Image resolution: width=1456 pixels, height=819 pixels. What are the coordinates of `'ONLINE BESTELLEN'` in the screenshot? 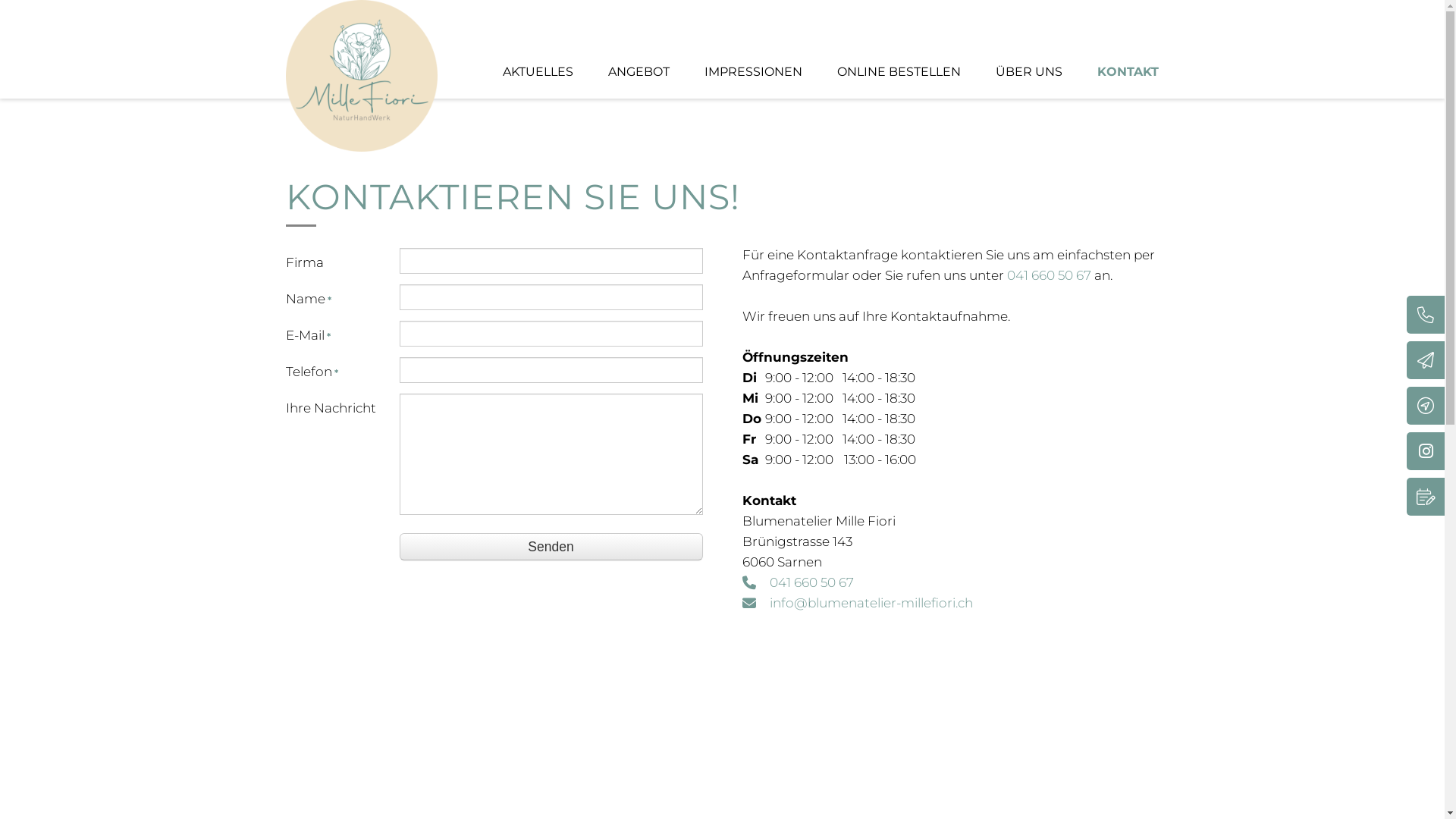 It's located at (899, 71).